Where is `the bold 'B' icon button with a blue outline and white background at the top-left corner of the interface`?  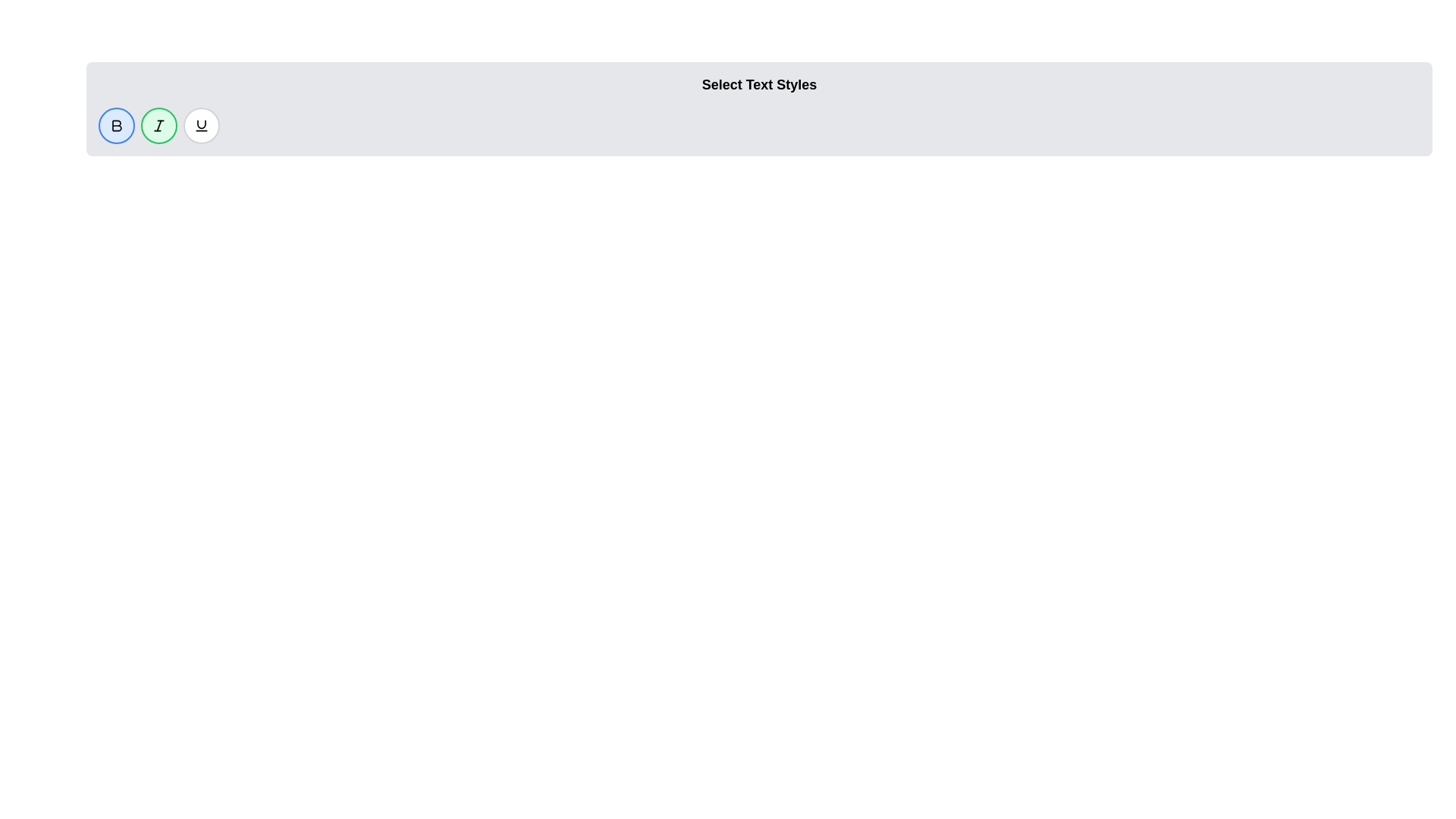
the bold 'B' icon button with a blue outline and white background at the top-left corner of the interface is located at coordinates (116, 124).